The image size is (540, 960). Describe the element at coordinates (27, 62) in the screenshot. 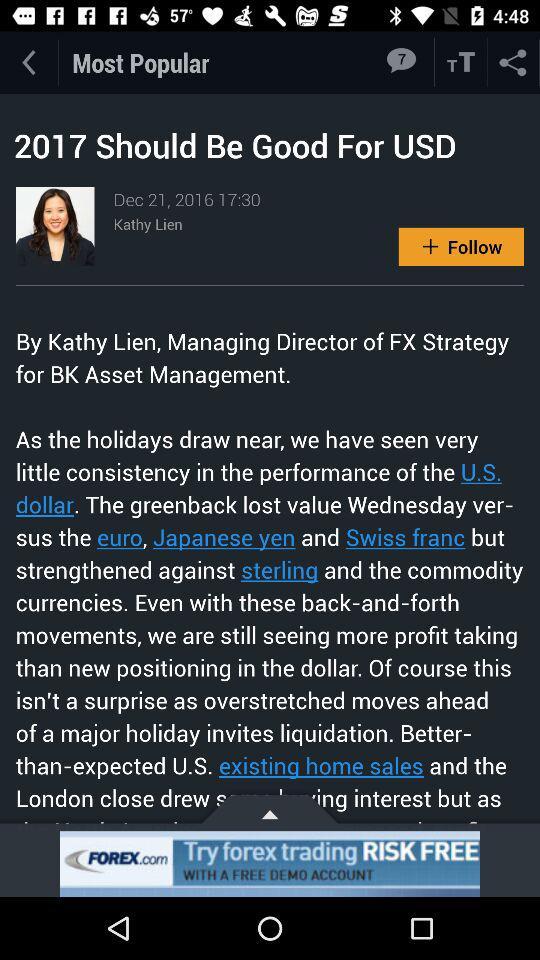

I see `return to homepage` at that location.